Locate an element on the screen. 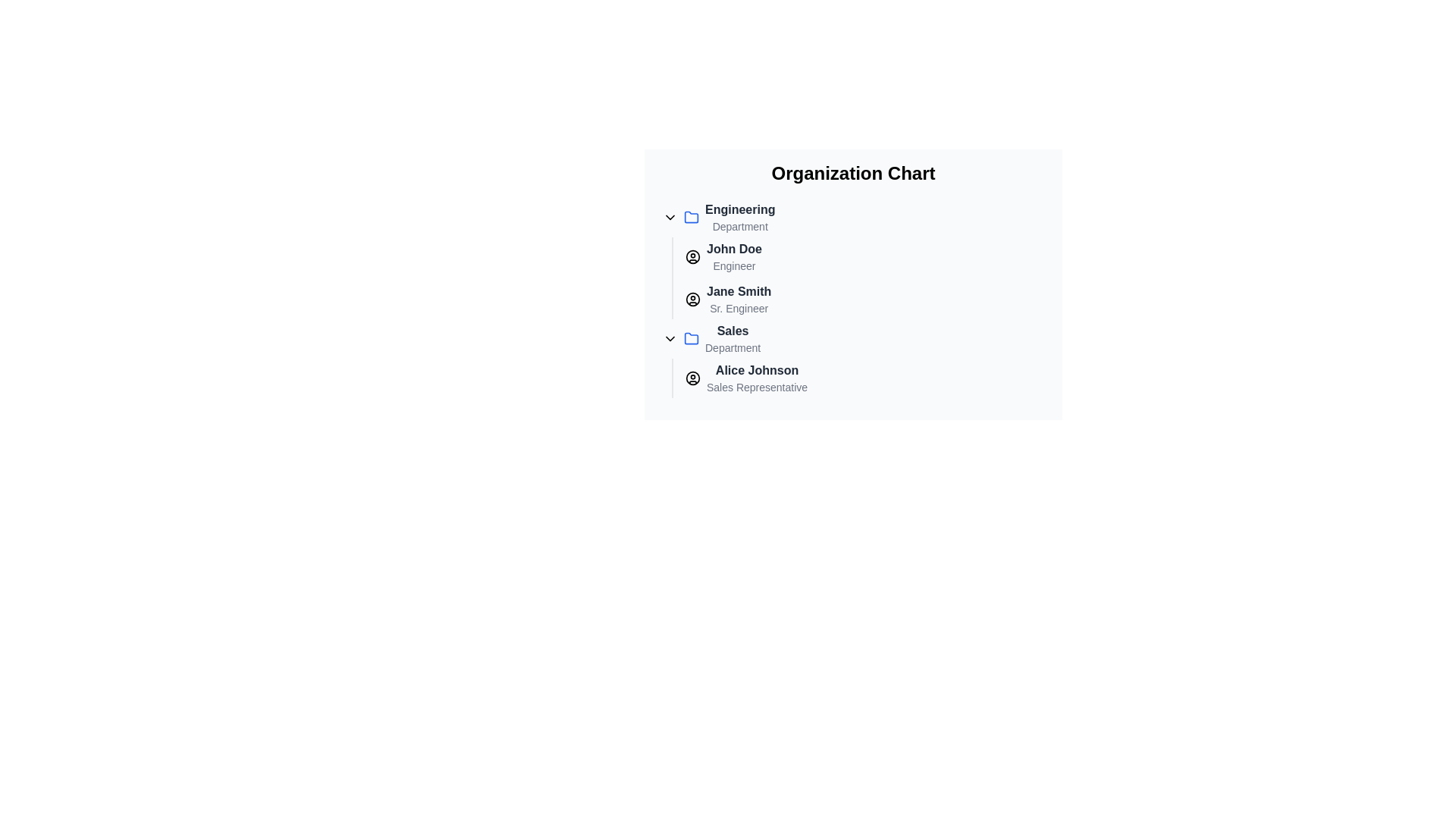  the text label displaying 'Alice Johnson' with the title 'Sales Representative' in the 'Sales' section of the organization chart is located at coordinates (757, 377).